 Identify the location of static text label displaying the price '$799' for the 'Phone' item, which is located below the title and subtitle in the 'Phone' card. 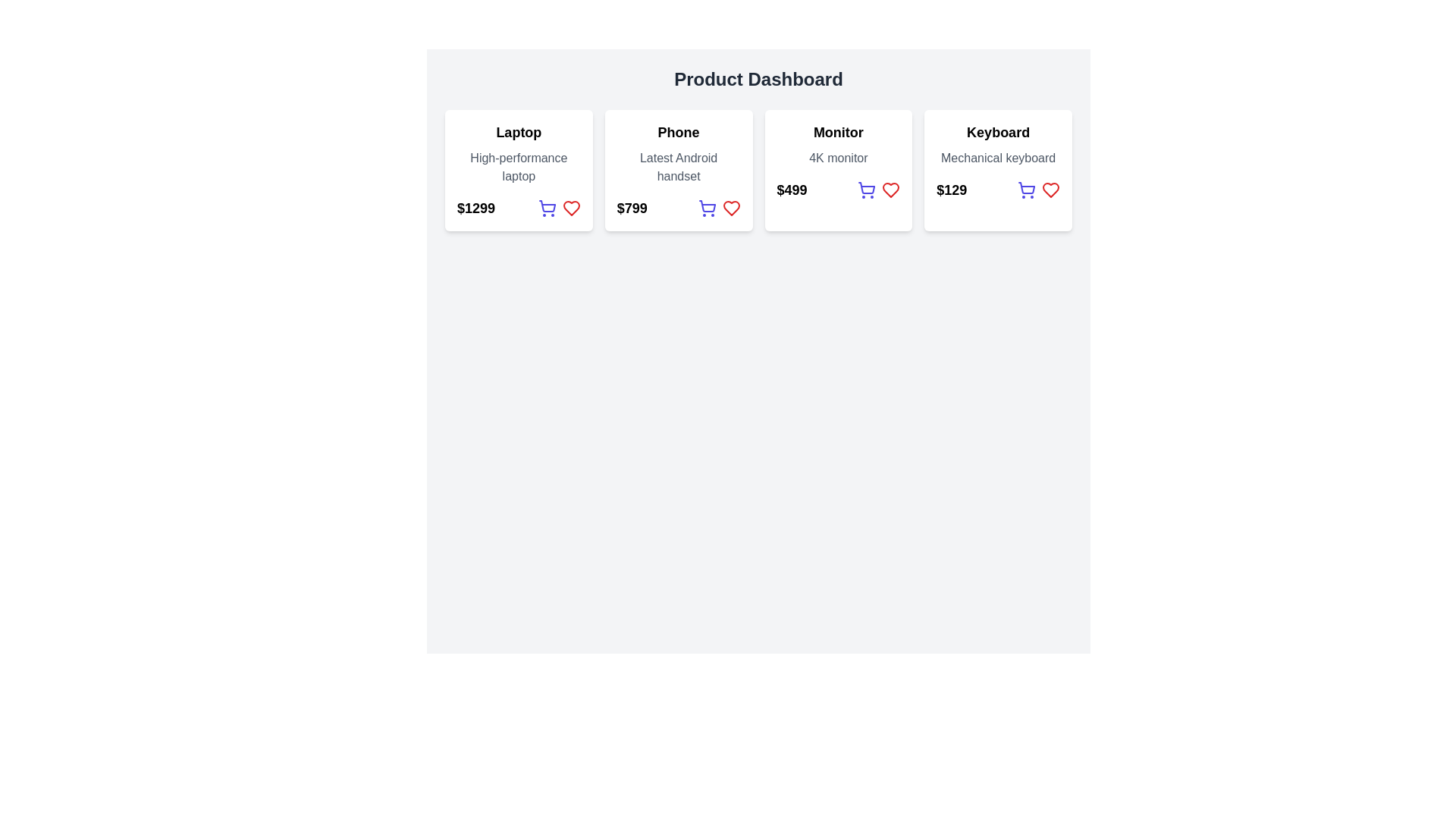
(632, 208).